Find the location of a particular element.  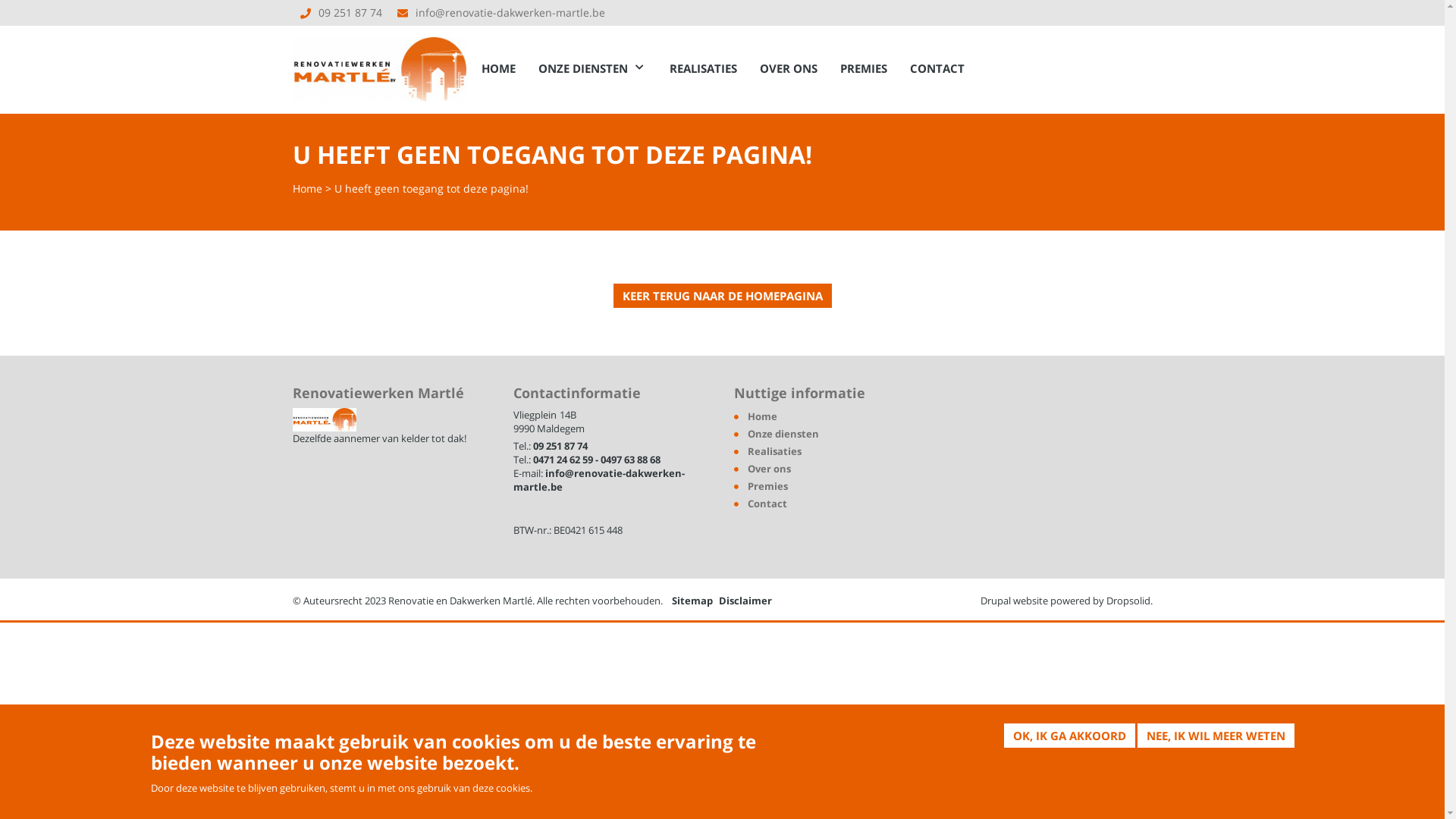

'Sitemap' is located at coordinates (691, 599).